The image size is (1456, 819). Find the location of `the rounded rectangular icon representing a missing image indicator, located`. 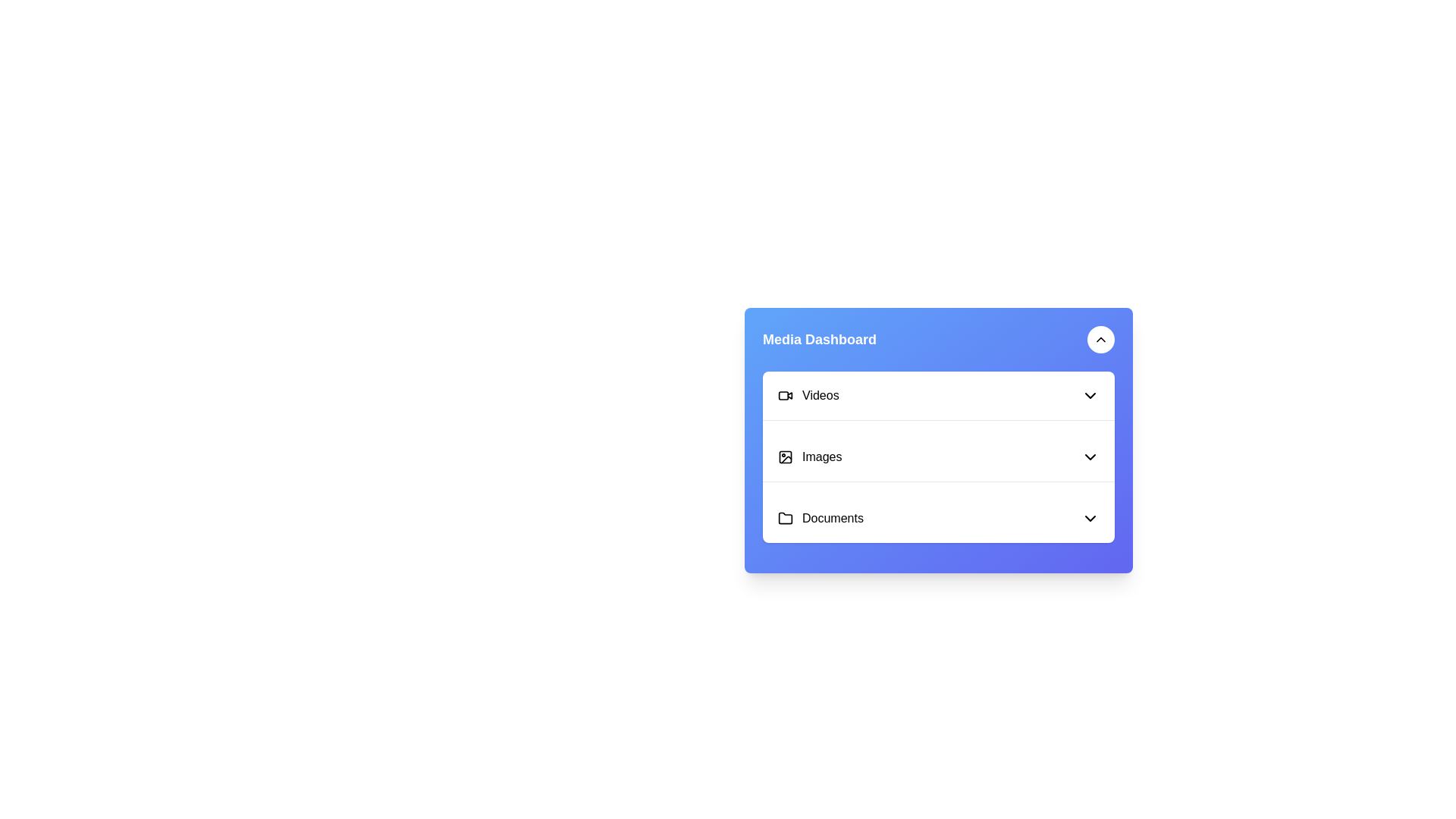

the rounded rectangular icon representing a missing image indicator, located is located at coordinates (786, 456).